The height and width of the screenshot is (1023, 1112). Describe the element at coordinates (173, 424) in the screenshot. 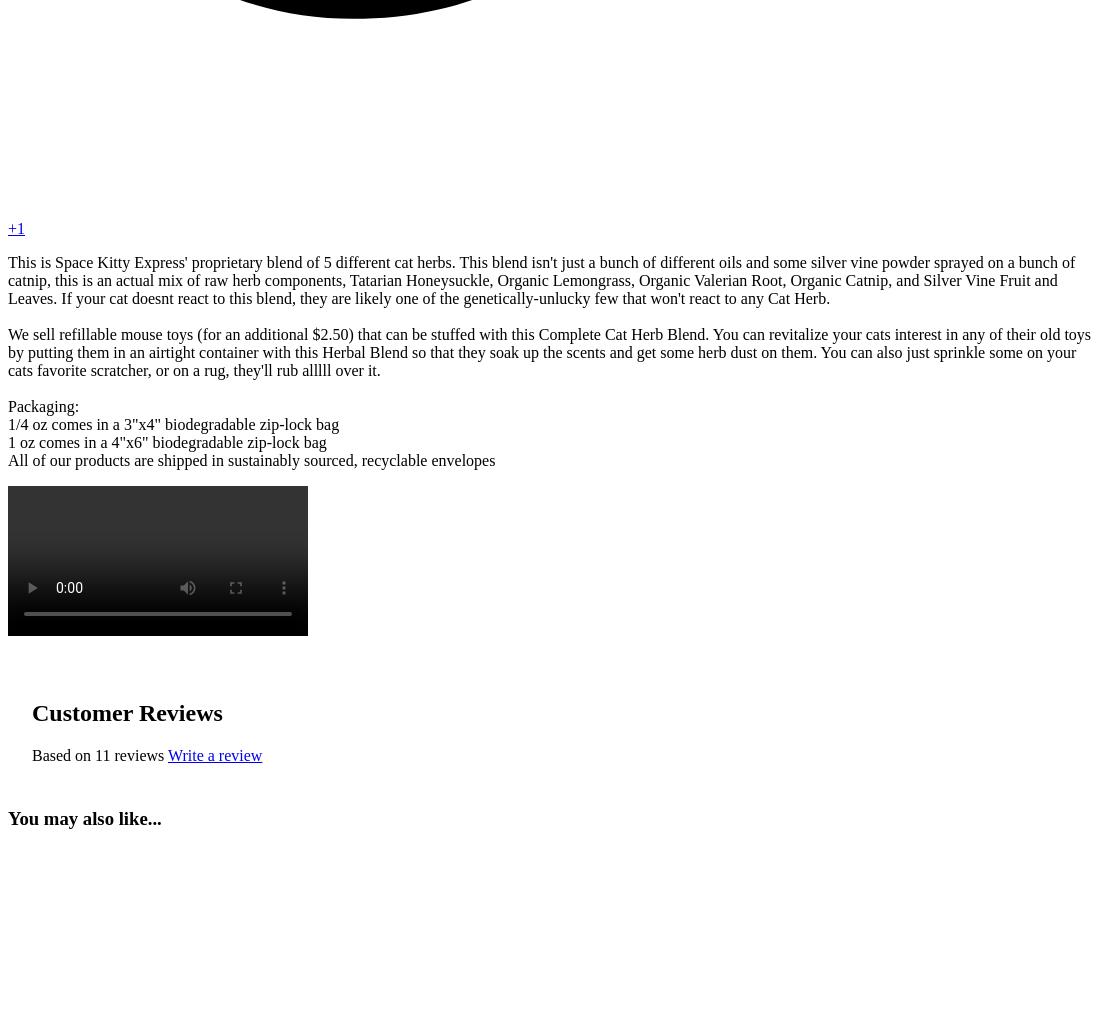

I see `'1/4 oz comes in a 3"x4" biodegradable zip-lock bag'` at that location.